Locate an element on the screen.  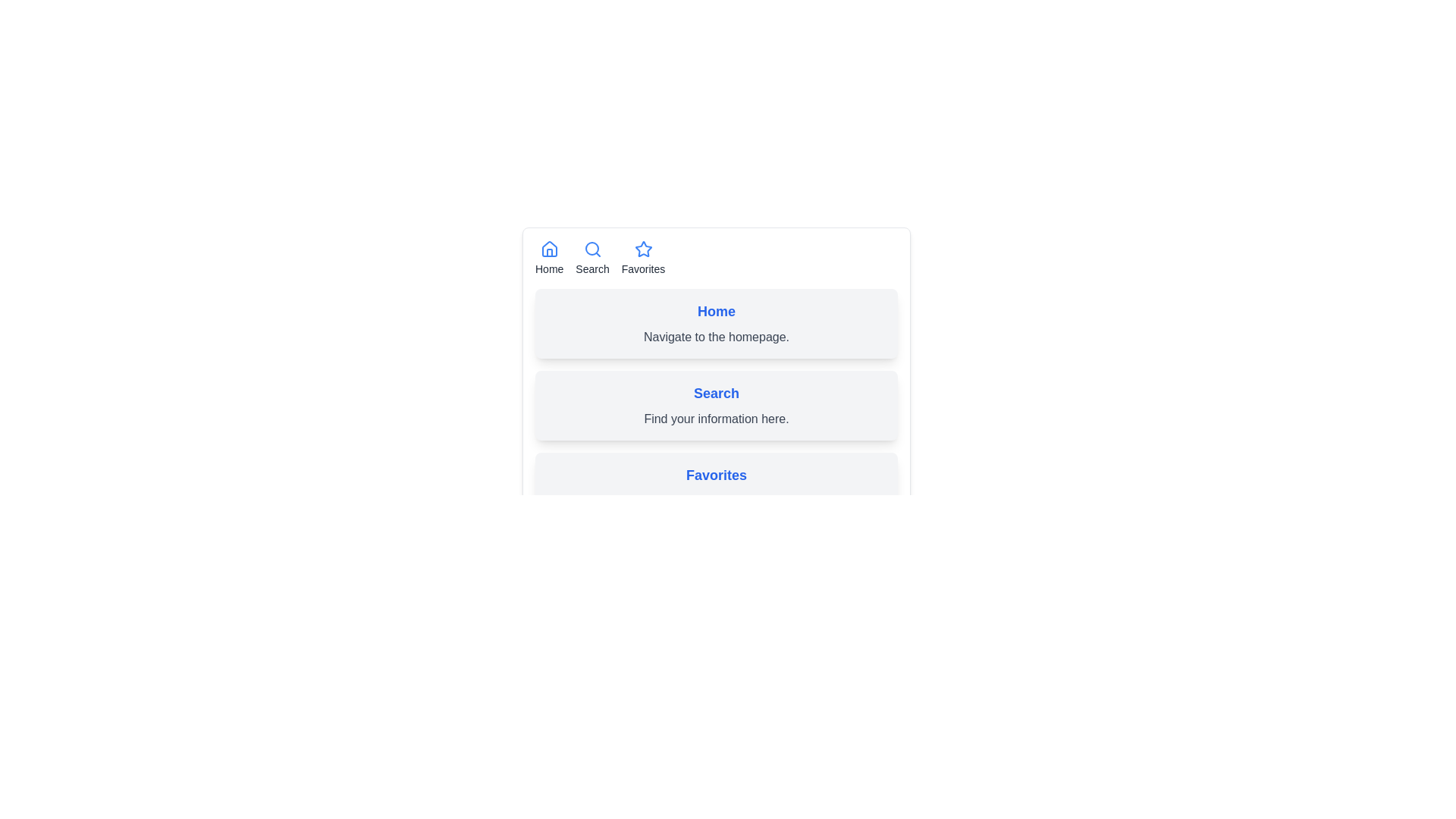
the descriptive text that says 'Navigate to the homepage.' styled in gray and positioned below the 'Home' heading in the card labeled 'Home' is located at coordinates (716, 336).